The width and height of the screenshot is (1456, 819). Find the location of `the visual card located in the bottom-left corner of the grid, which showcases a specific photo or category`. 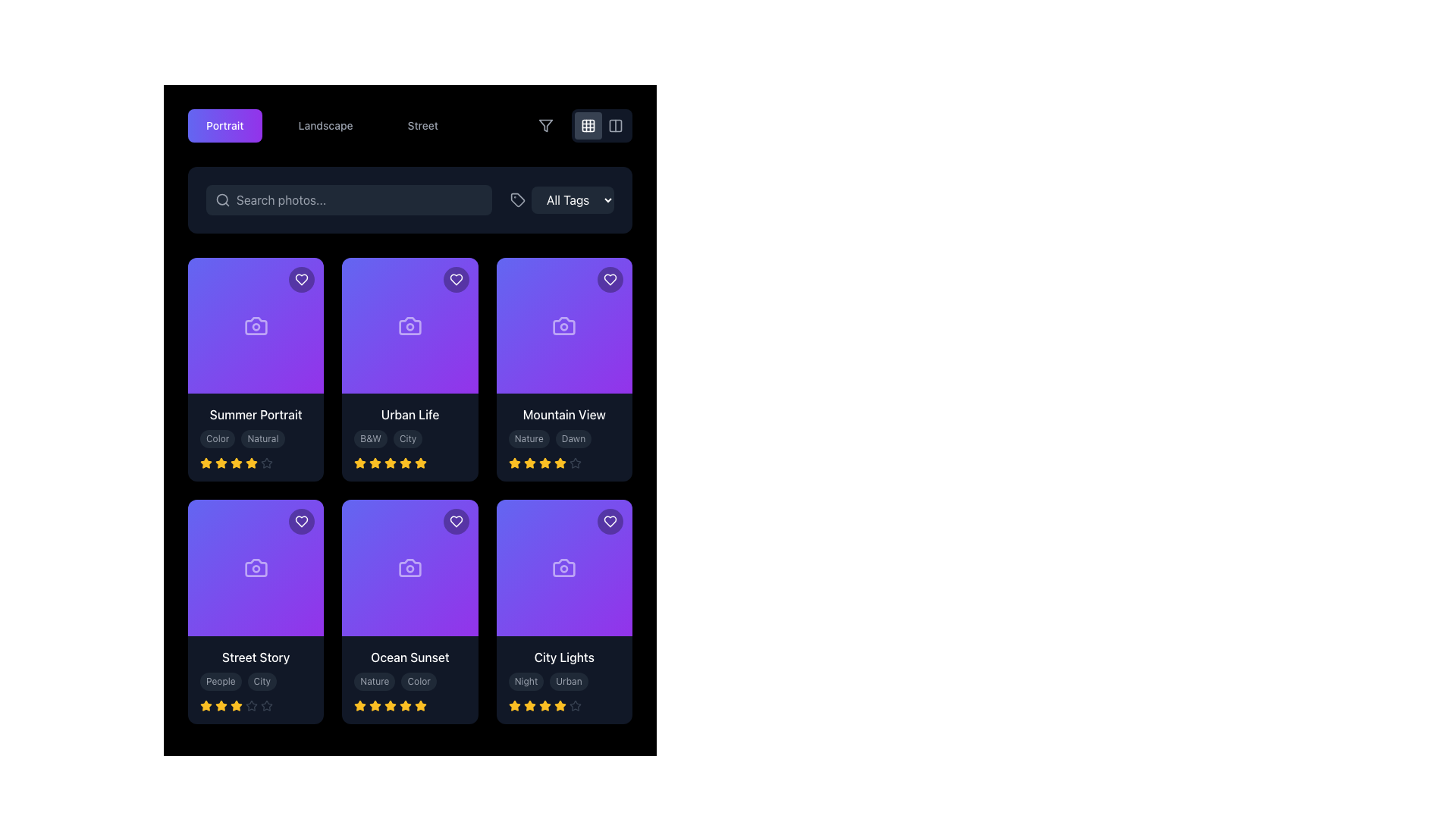

the visual card located in the bottom-left corner of the grid, which showcases a specific photo or category is located at coordinates (256, 567).